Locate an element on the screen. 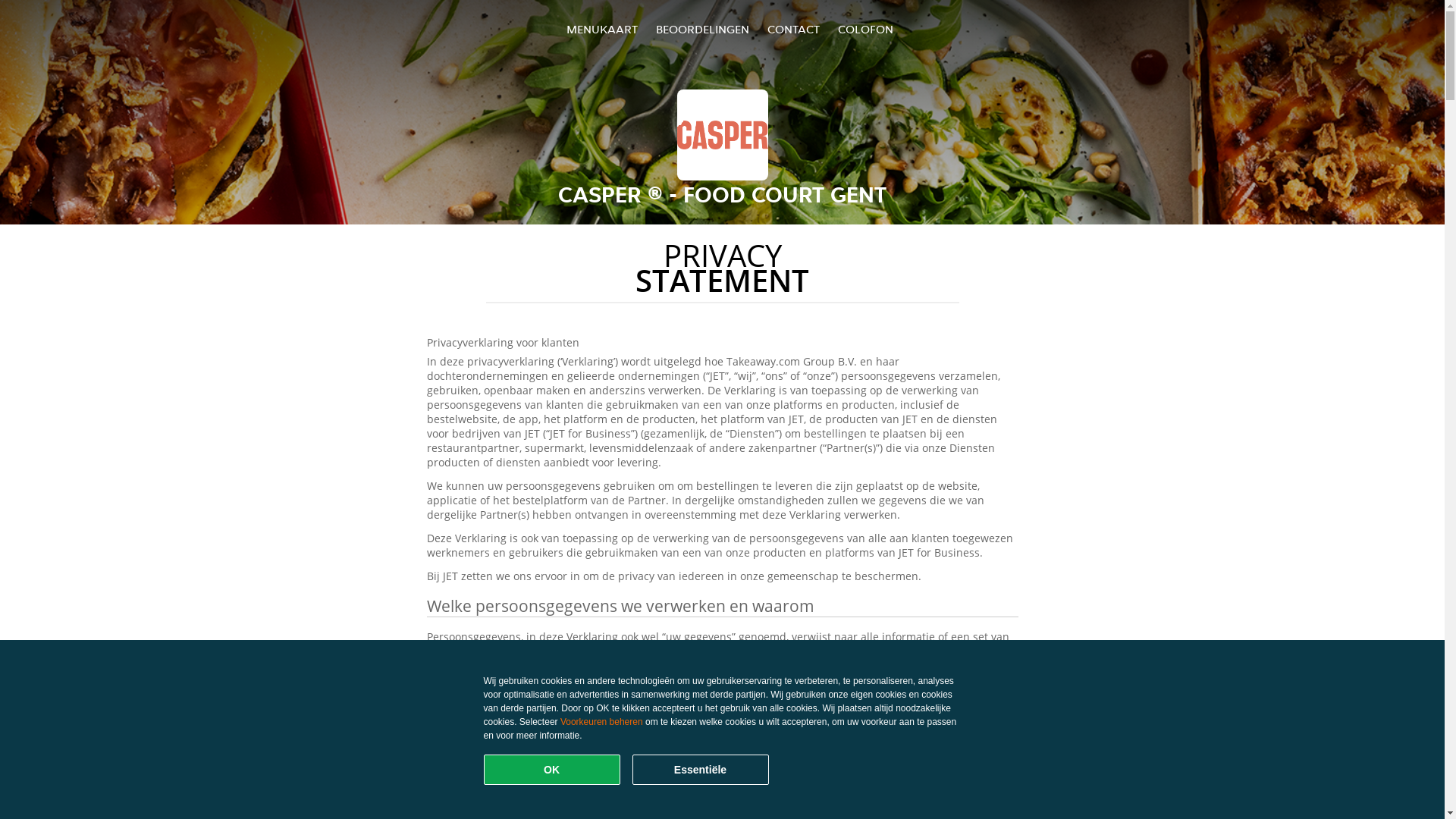 The width and height of the screenshot is (1456, 819). 'MENUKAART' is located at coordinates (601, 29).